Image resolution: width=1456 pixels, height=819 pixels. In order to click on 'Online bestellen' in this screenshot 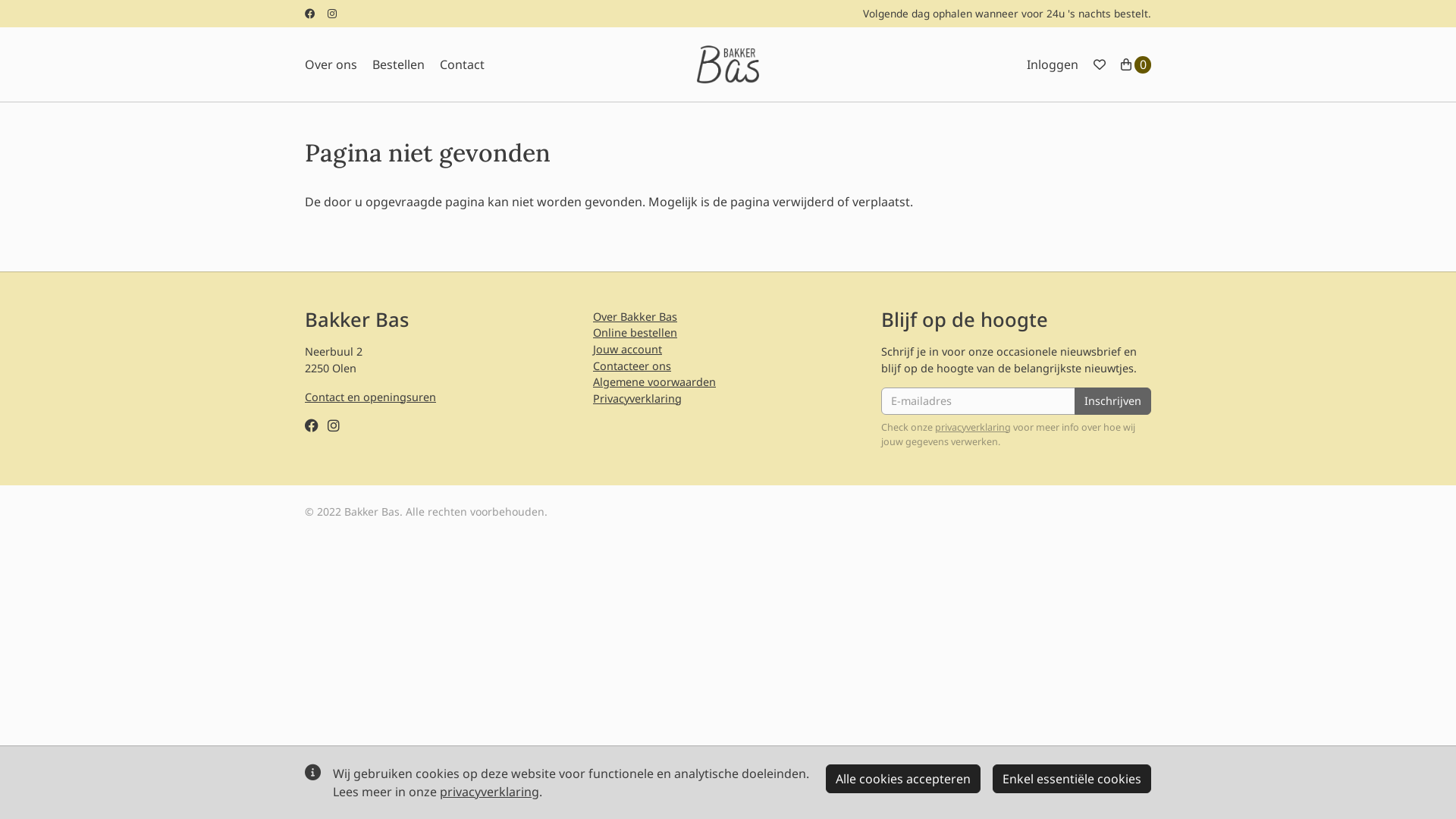, I will do `click(635, 331)`.